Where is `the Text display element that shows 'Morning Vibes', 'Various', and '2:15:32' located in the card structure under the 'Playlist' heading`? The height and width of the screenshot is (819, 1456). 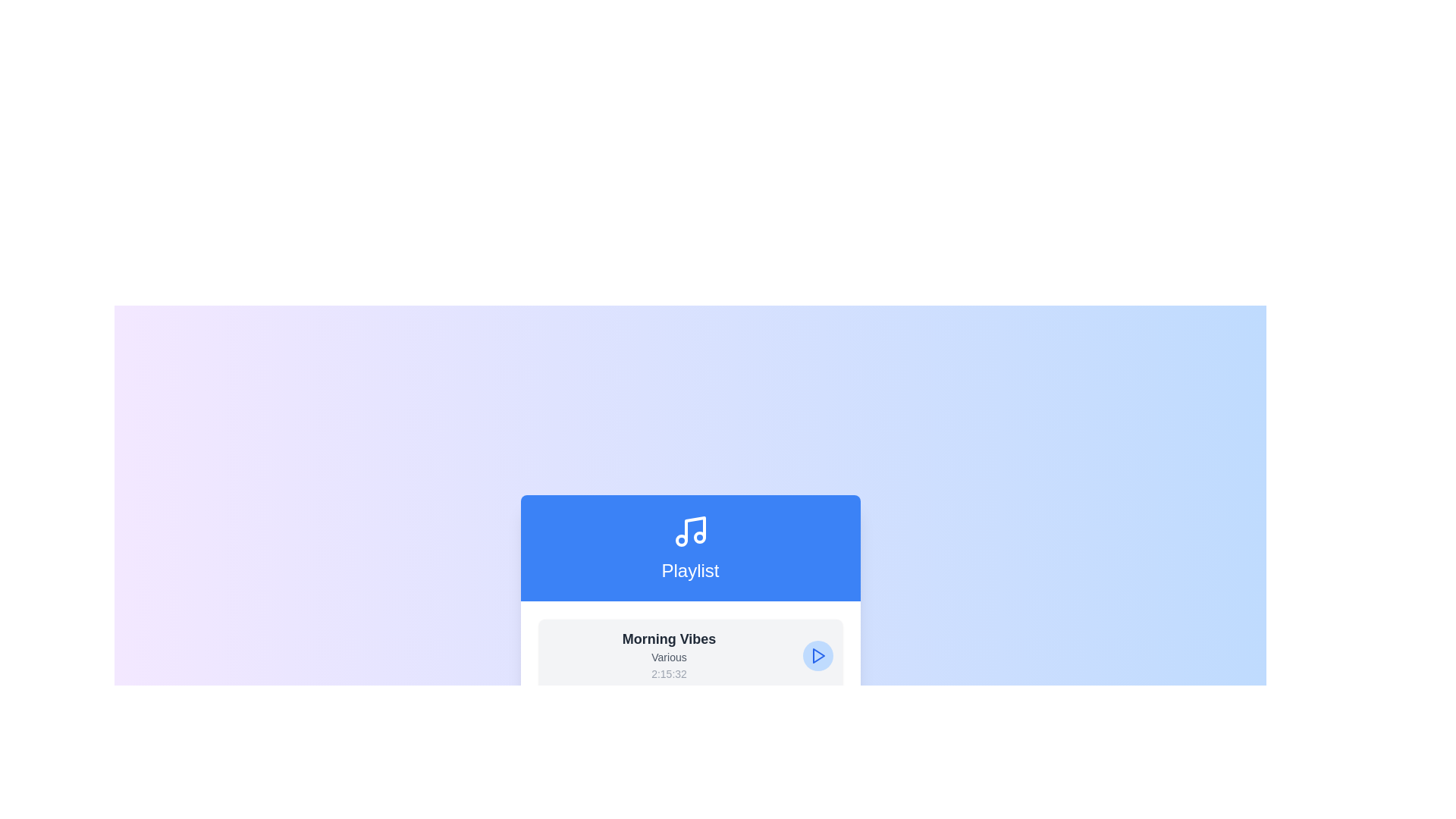 the Text display element that shows 'Morning Vibes', 'Various', and '2:15:32' located in the card structure under the 'Playlist' heading is located at coordinates (668, 654).